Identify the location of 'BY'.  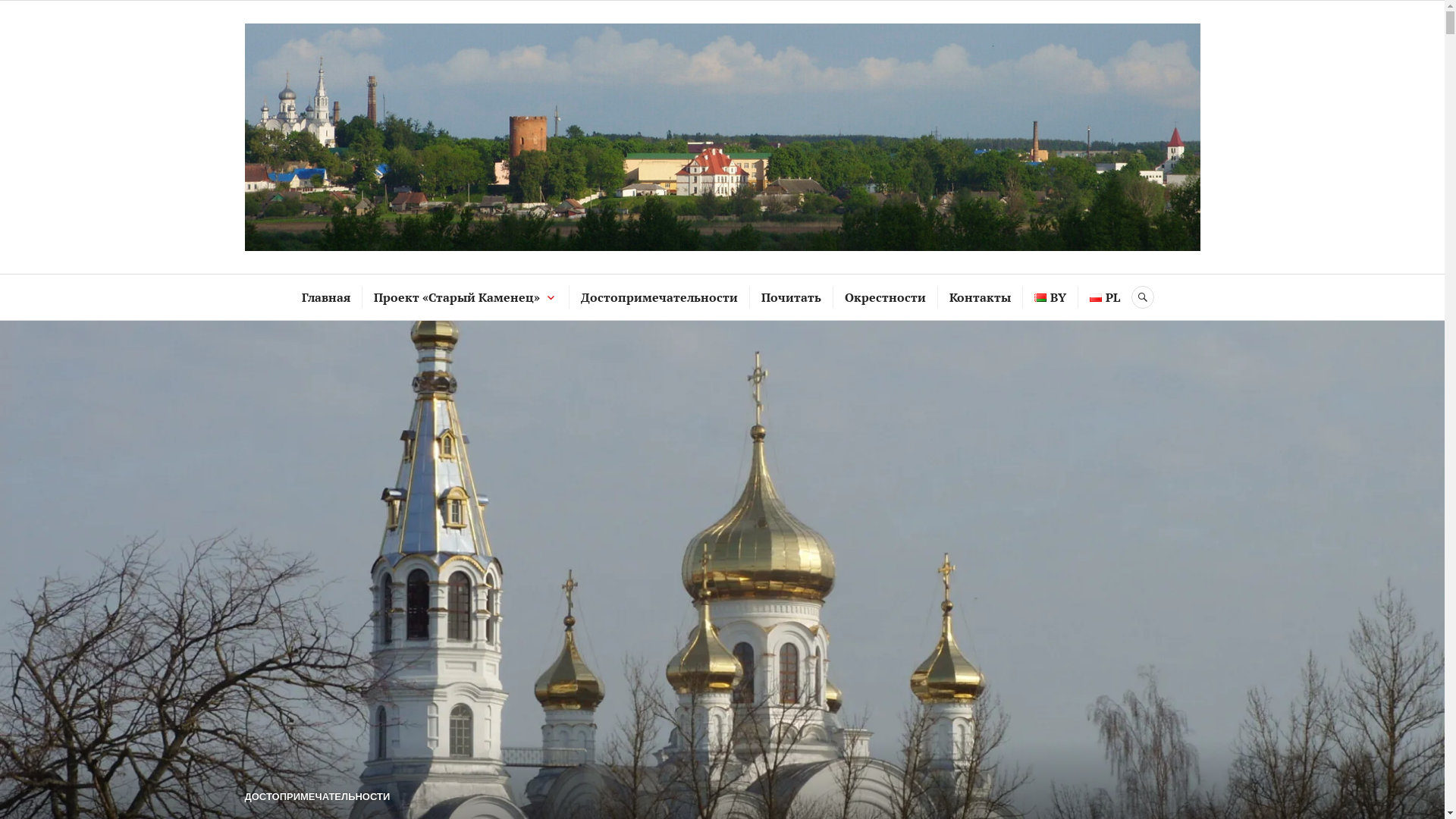
(1050, 297).